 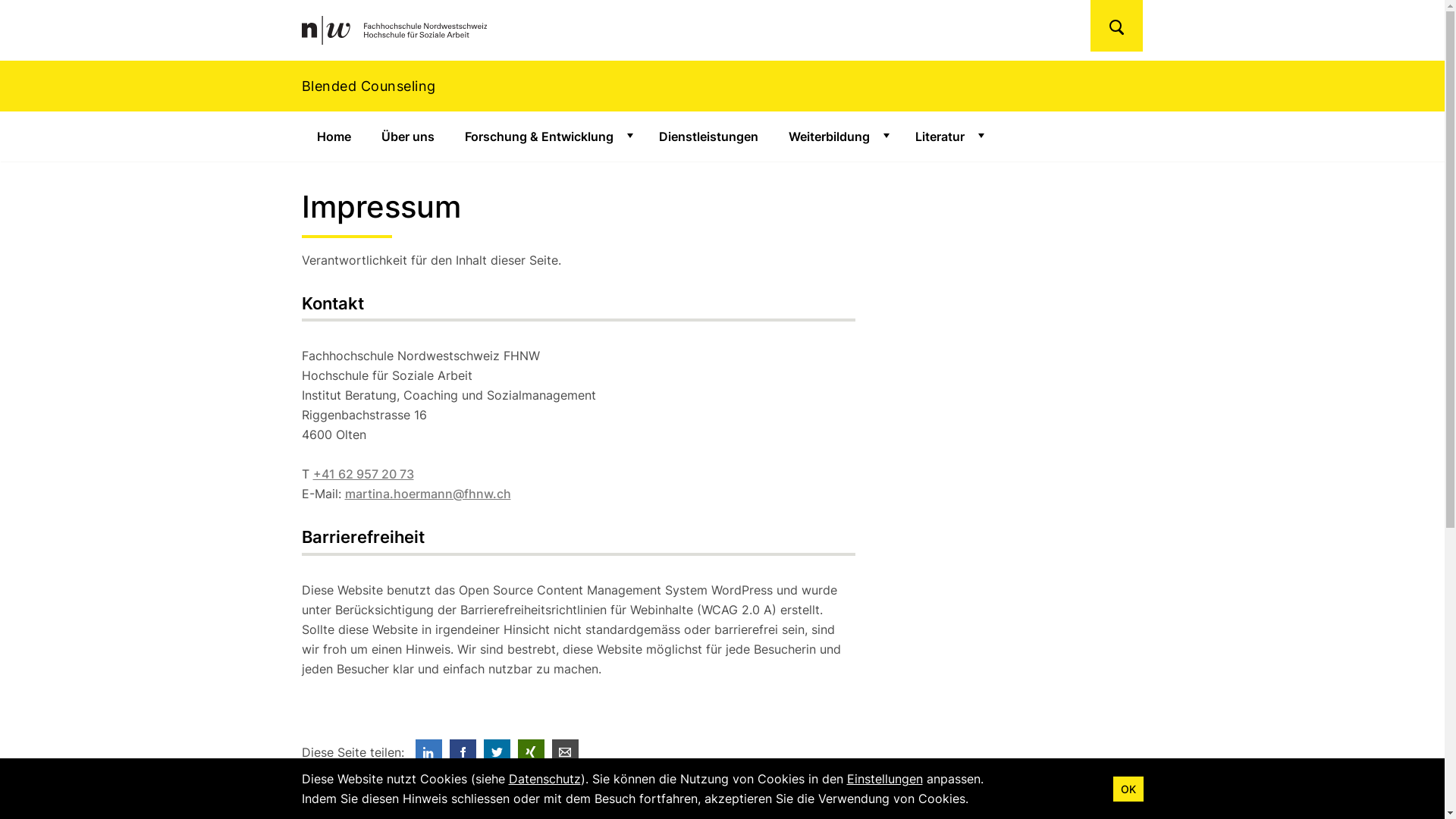 What do you see at coordinates (426, 494) in the screenshot?
I see `'martina.hoermann@fhnw.ch'` at bounding box center [426, 494].